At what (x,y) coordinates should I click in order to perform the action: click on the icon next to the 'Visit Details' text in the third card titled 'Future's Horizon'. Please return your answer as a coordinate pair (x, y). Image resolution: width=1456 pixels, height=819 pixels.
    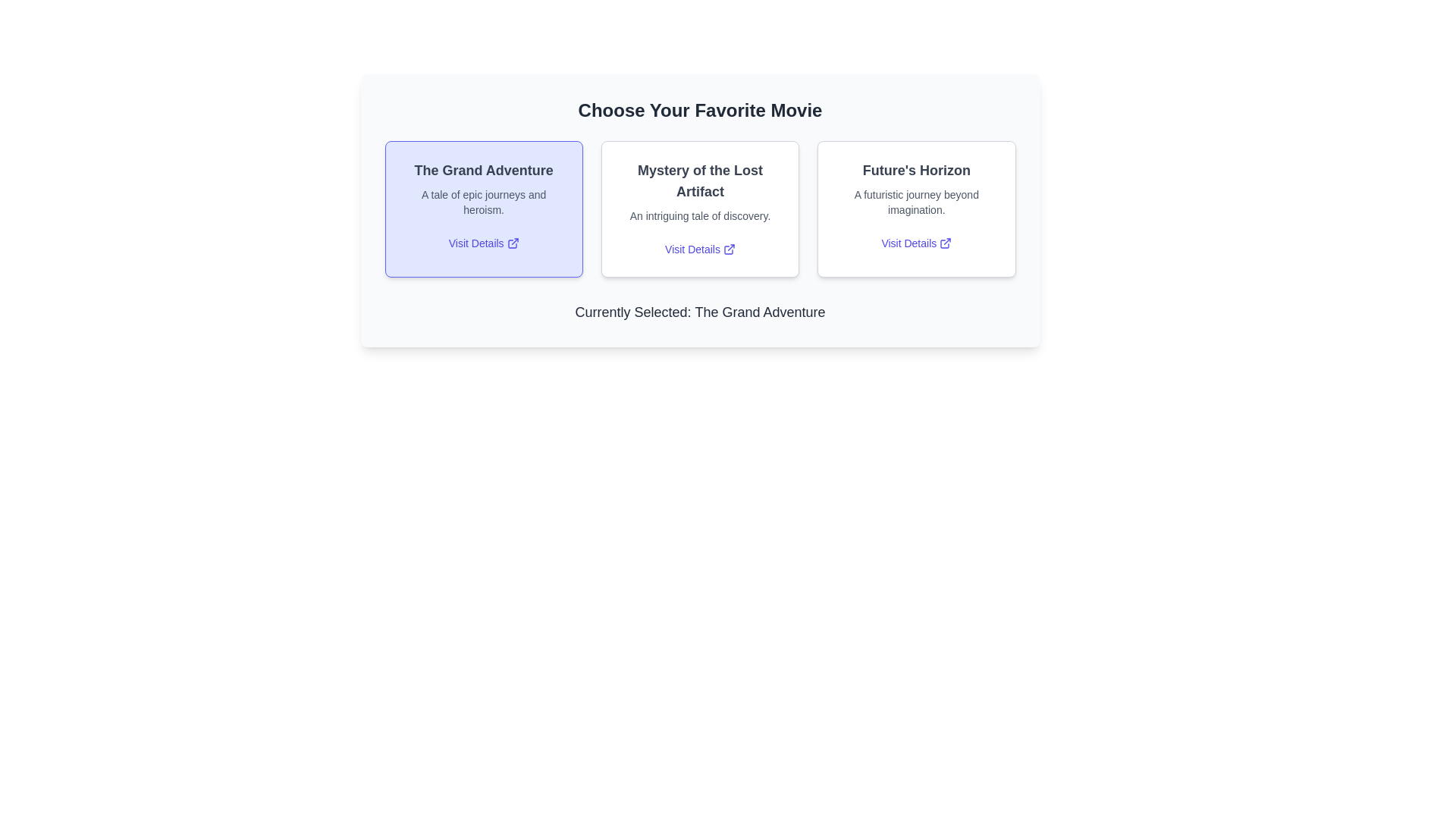
    Looking at the image, I should click on (945, 242).